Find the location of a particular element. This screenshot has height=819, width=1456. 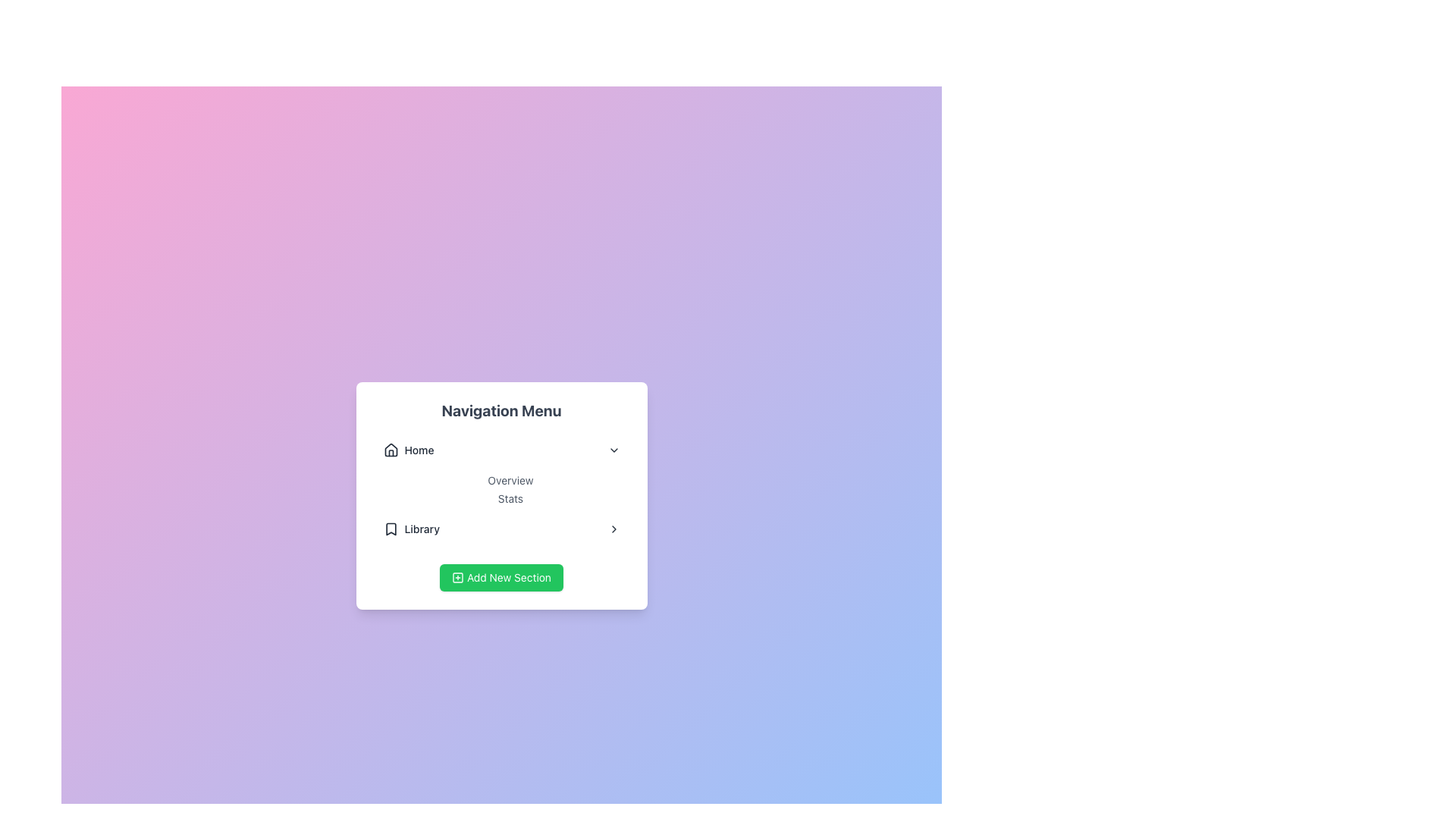

the 'Library' navigation link, which consists of the text label 'Library' and a bookmark icon, positioned beneath the 'Home' item and above the 'Add New Section' button is located at coordinates (411, 529).